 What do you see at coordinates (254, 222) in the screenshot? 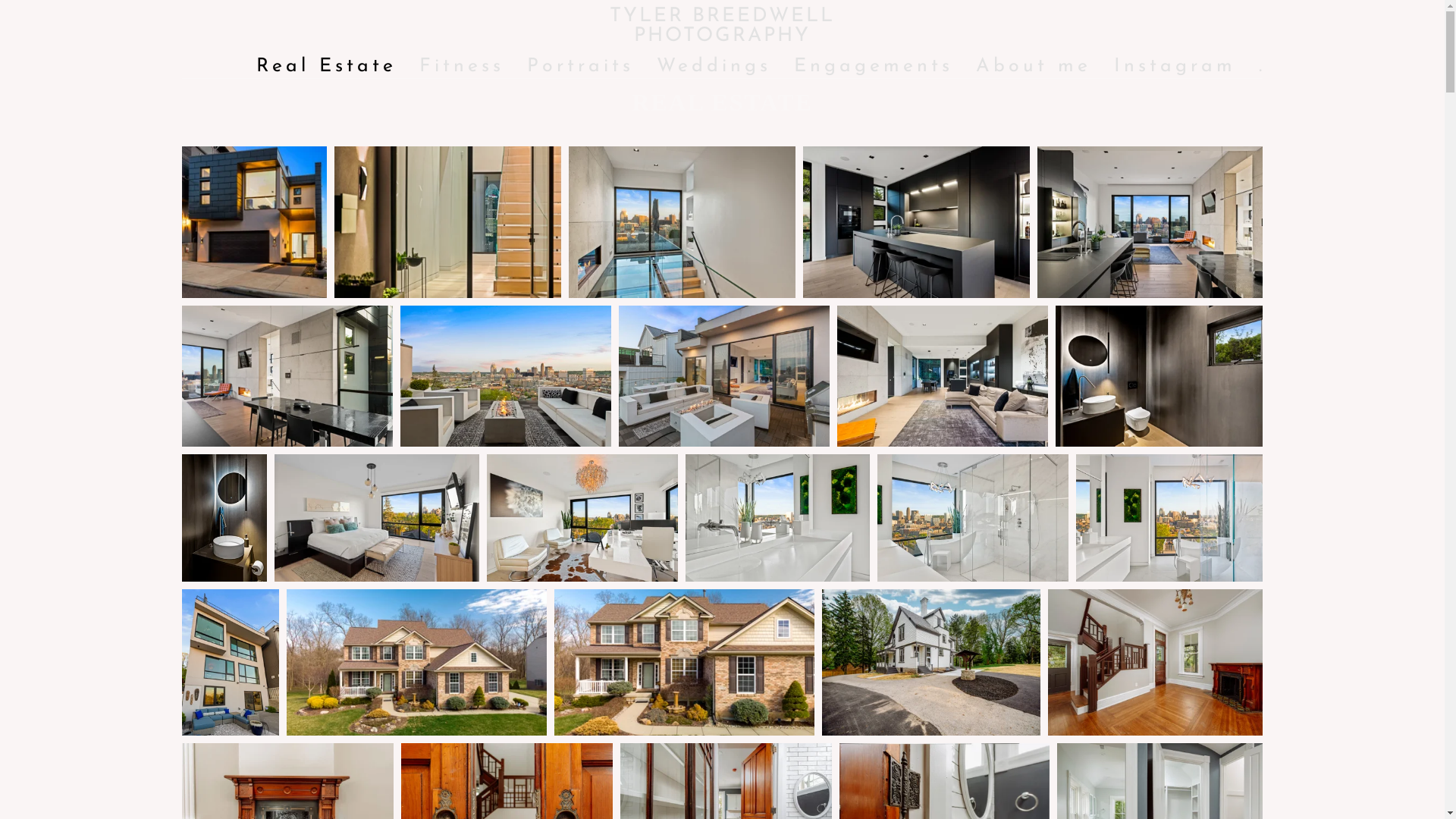
I see `'Real Estate - TYLER BREEDWELL PHOTOGRAPHY'` at bounding box center [254, 222].